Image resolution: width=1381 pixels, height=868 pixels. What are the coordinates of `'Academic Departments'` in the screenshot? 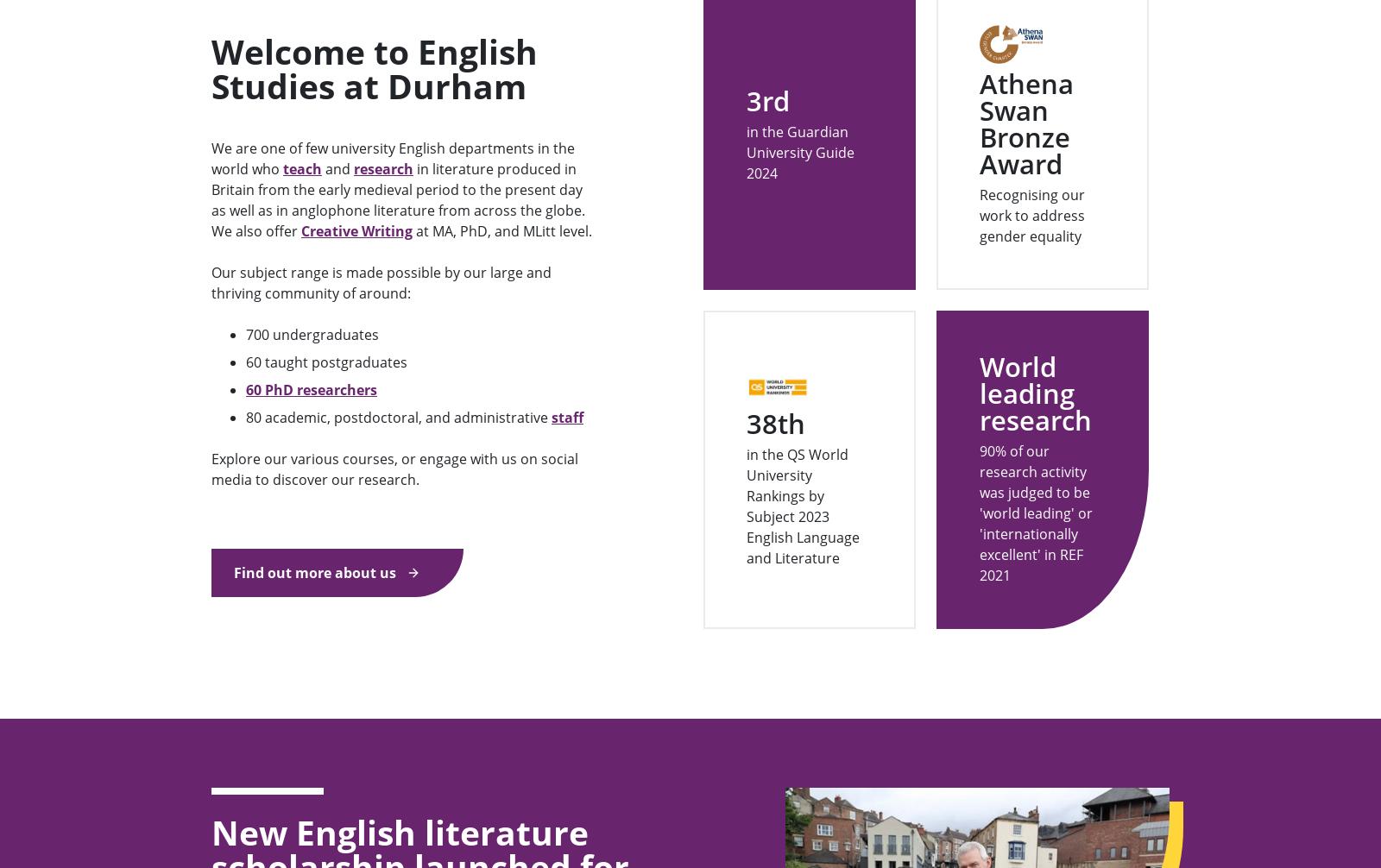 It's located at (283, 850).